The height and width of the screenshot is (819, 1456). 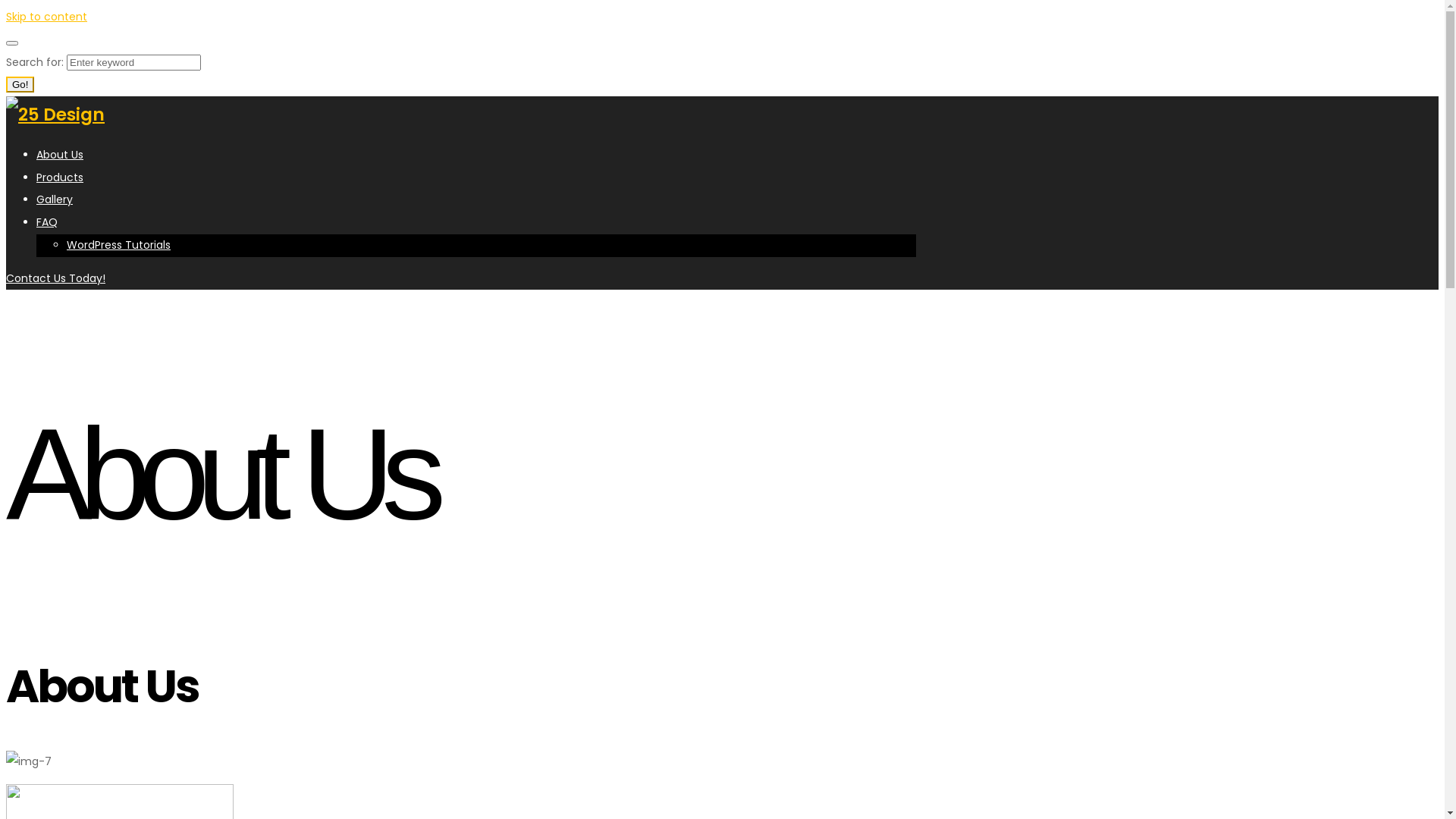 What do you see at coordinates (20, 84) in the screenshot?
I see `'Go!'` at bounding box center [20, 84].